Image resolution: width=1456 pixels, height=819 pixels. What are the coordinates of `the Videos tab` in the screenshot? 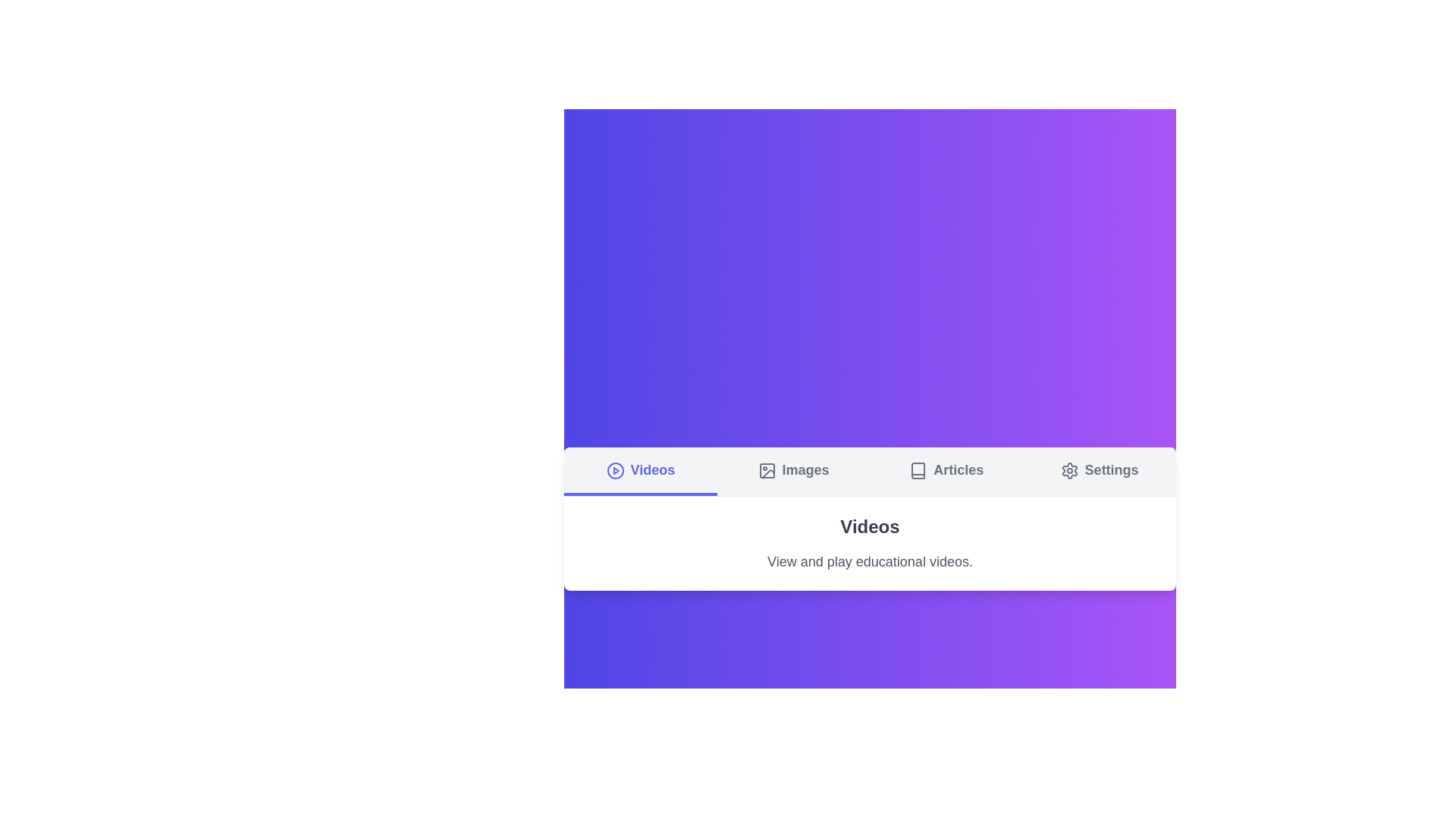 It's located at (640, 470).